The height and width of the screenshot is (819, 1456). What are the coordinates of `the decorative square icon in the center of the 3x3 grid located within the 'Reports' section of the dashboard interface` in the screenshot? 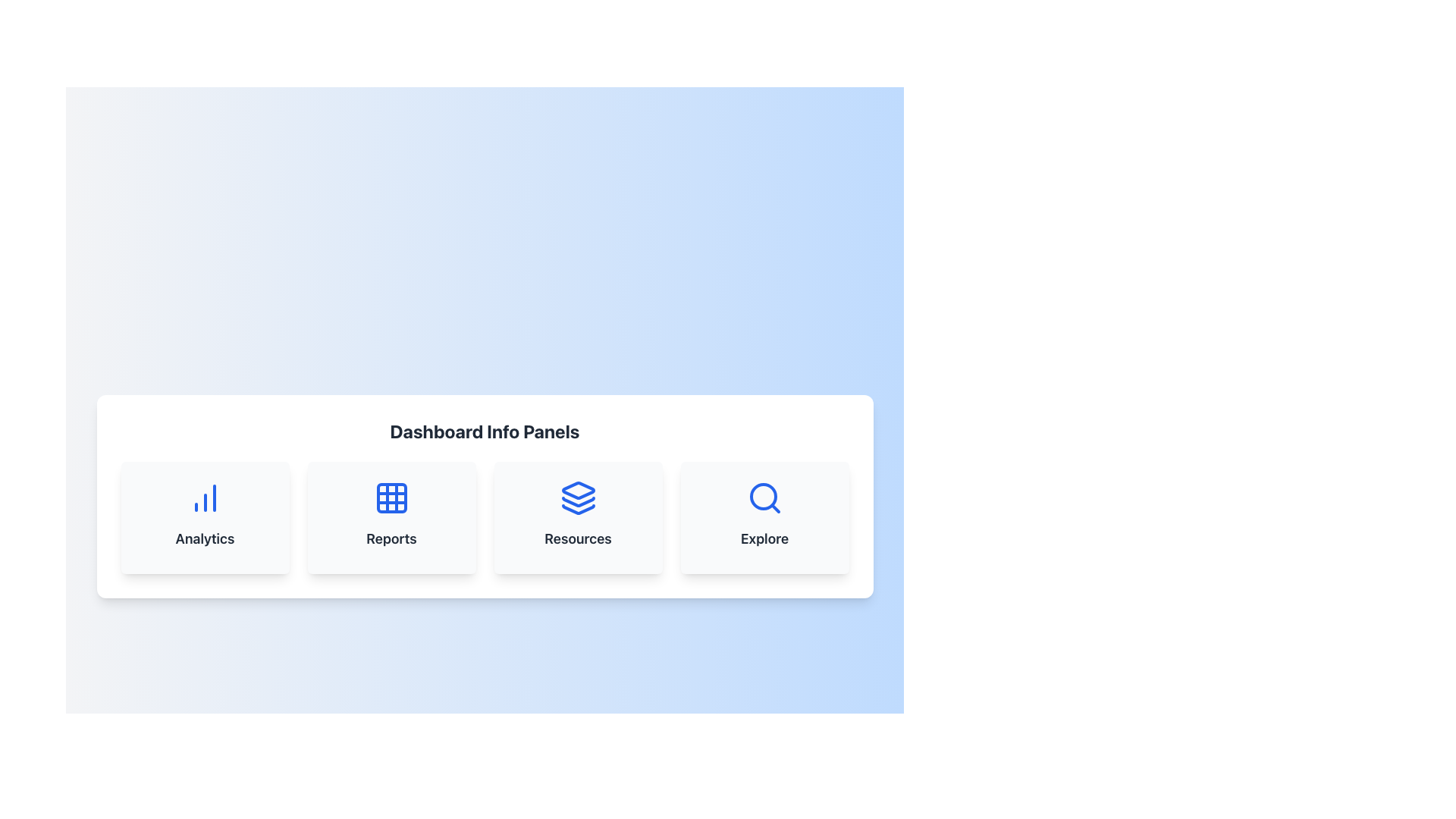 It's located at (391, 497).